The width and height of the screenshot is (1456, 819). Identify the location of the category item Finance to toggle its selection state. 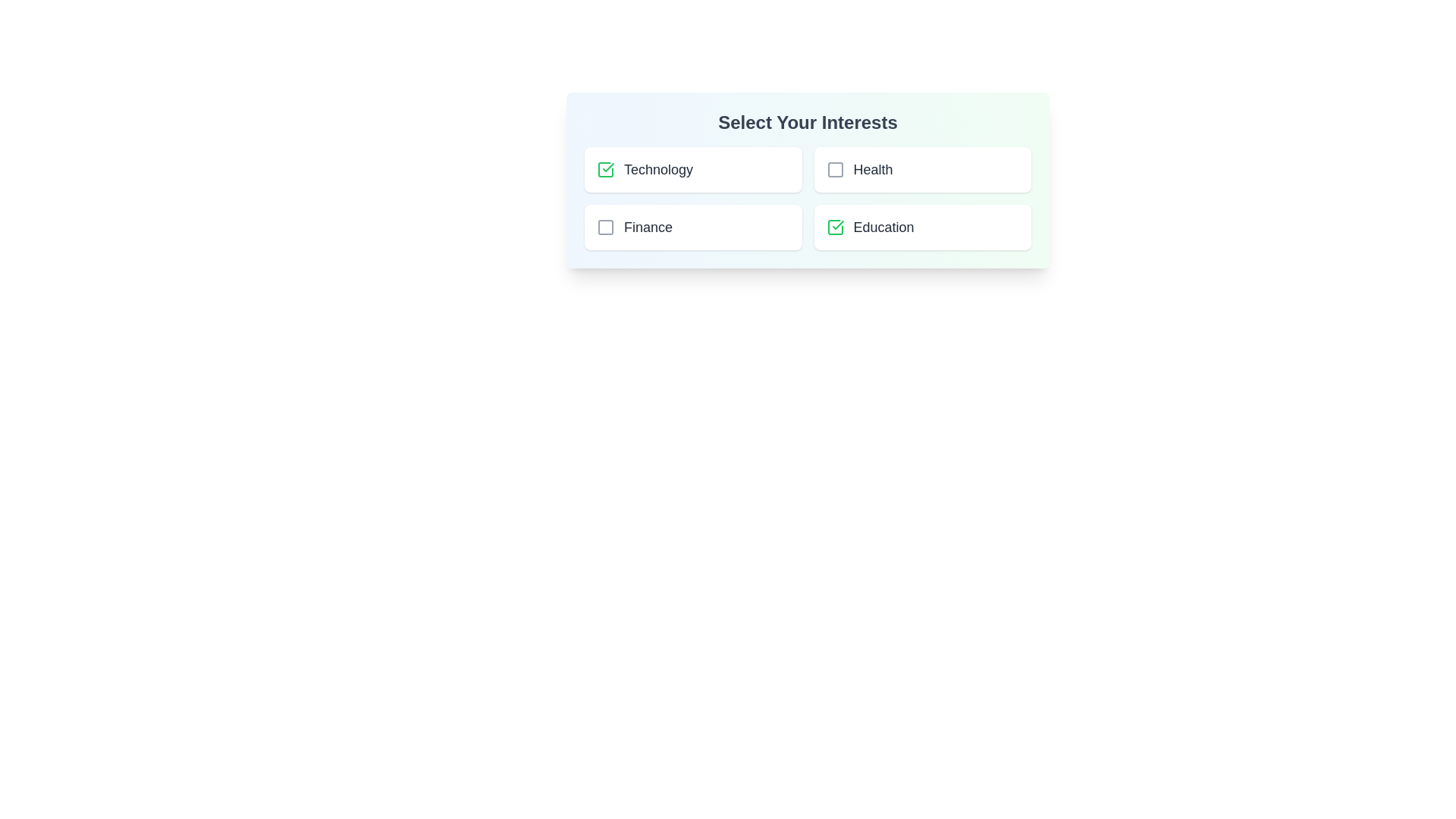
(692, 227).